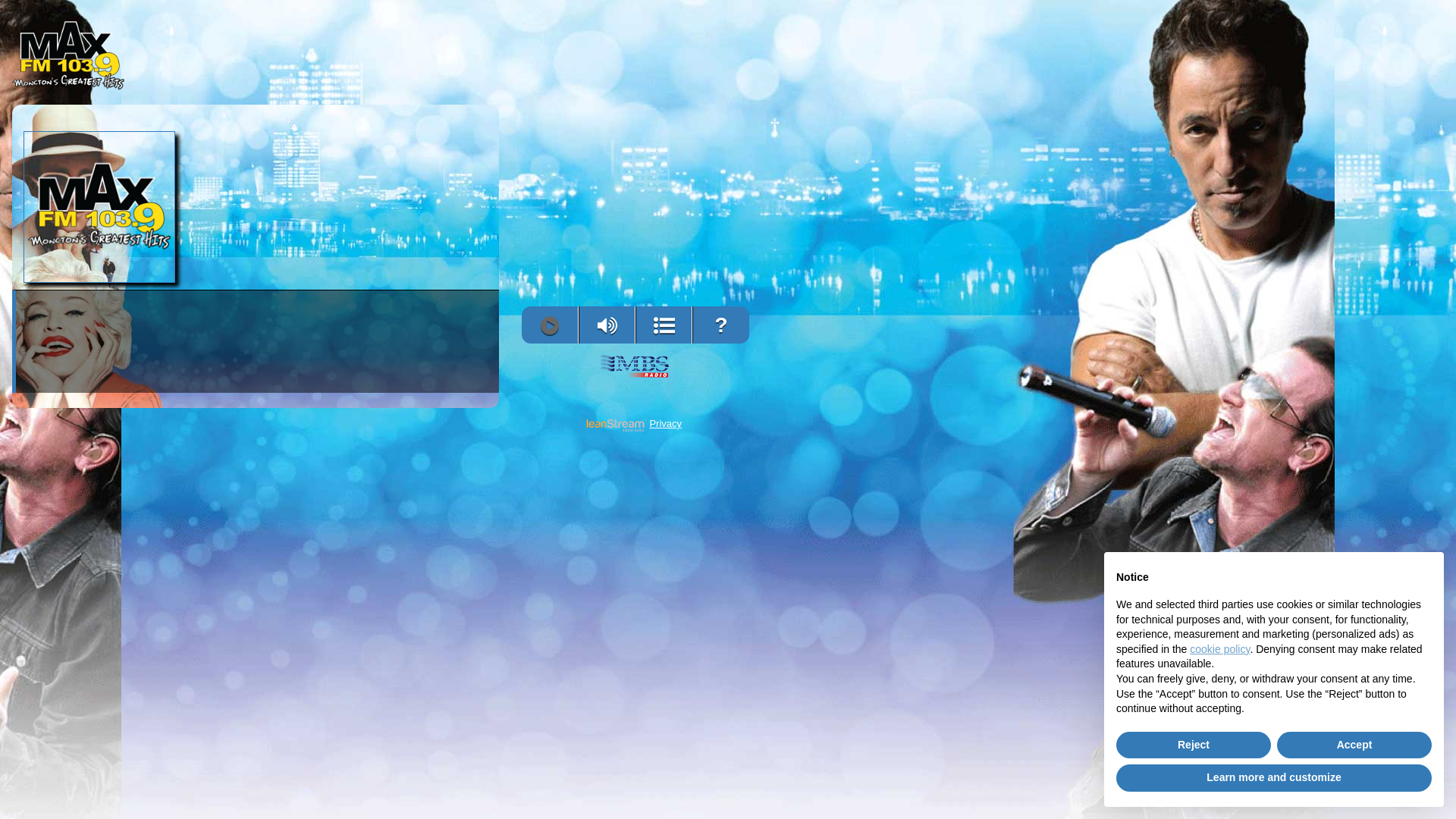  What do you see at coordinates (665, 424) in the screenshot?
I see `'Privacy'` at bounding box center [665, 424].